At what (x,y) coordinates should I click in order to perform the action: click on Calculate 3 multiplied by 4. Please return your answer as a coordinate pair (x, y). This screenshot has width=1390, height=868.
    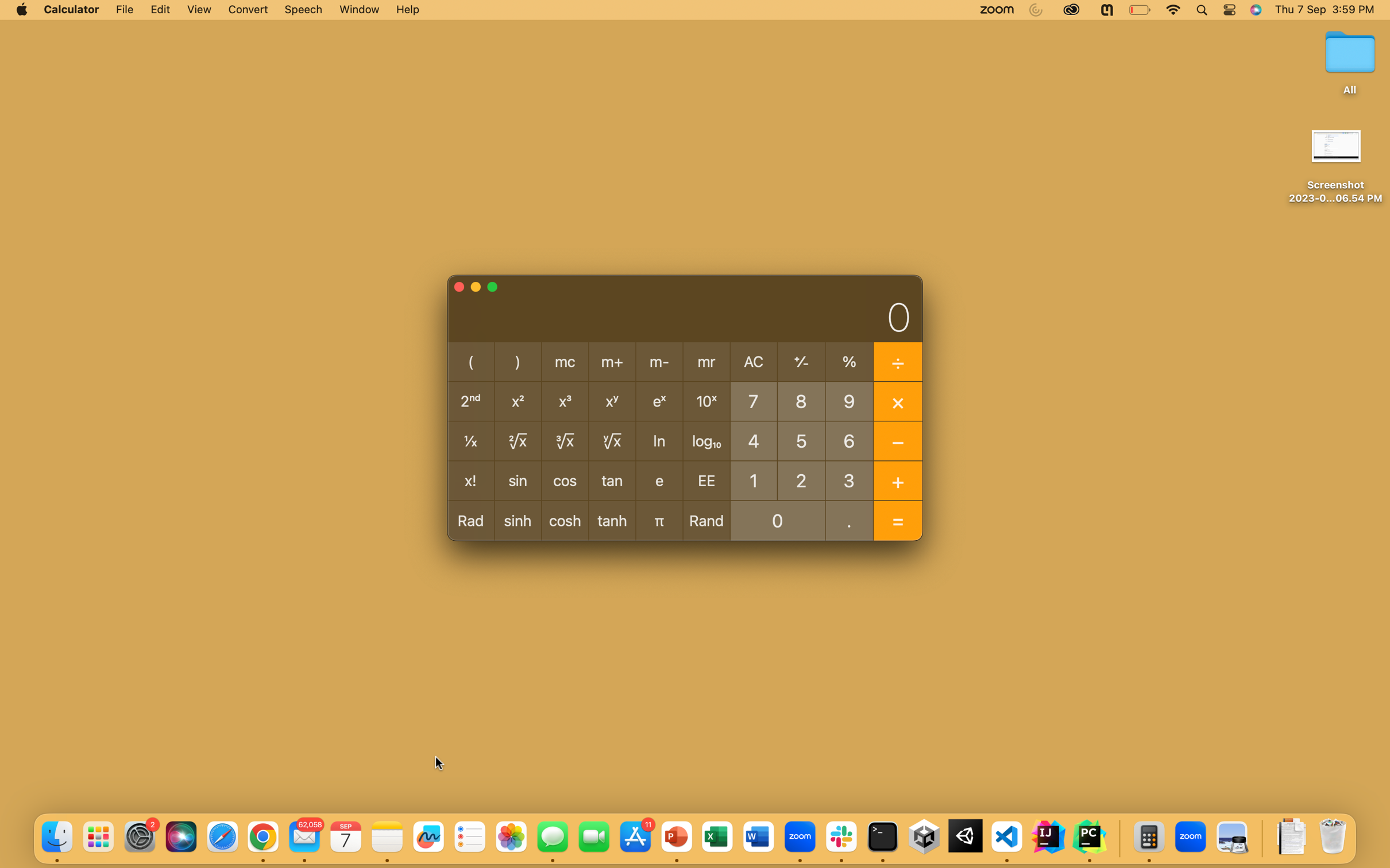
    Looking at the image, I should click on (850, 479).